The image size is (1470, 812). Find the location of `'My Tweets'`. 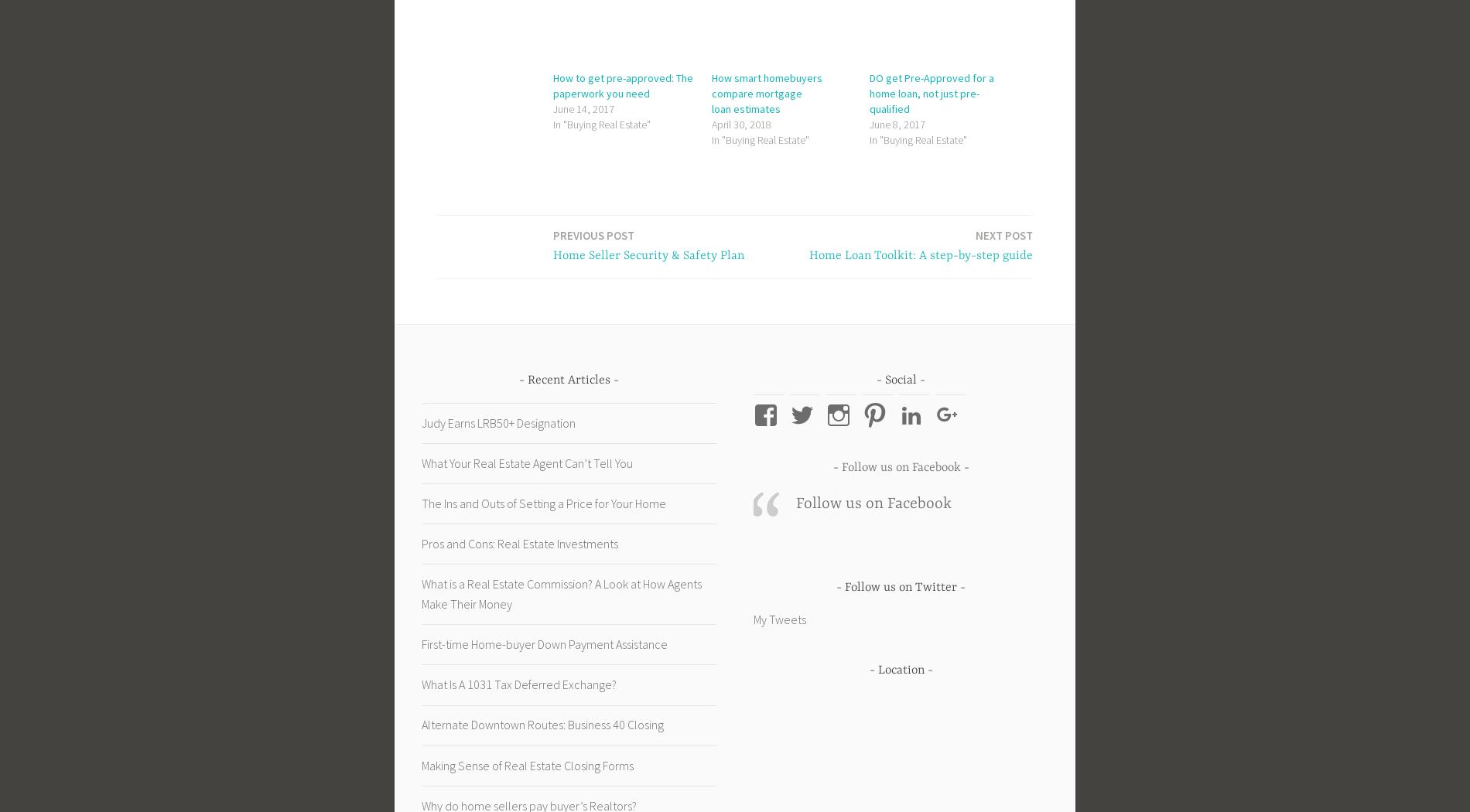

'My Tweets' is located at coordinates (779, 619).